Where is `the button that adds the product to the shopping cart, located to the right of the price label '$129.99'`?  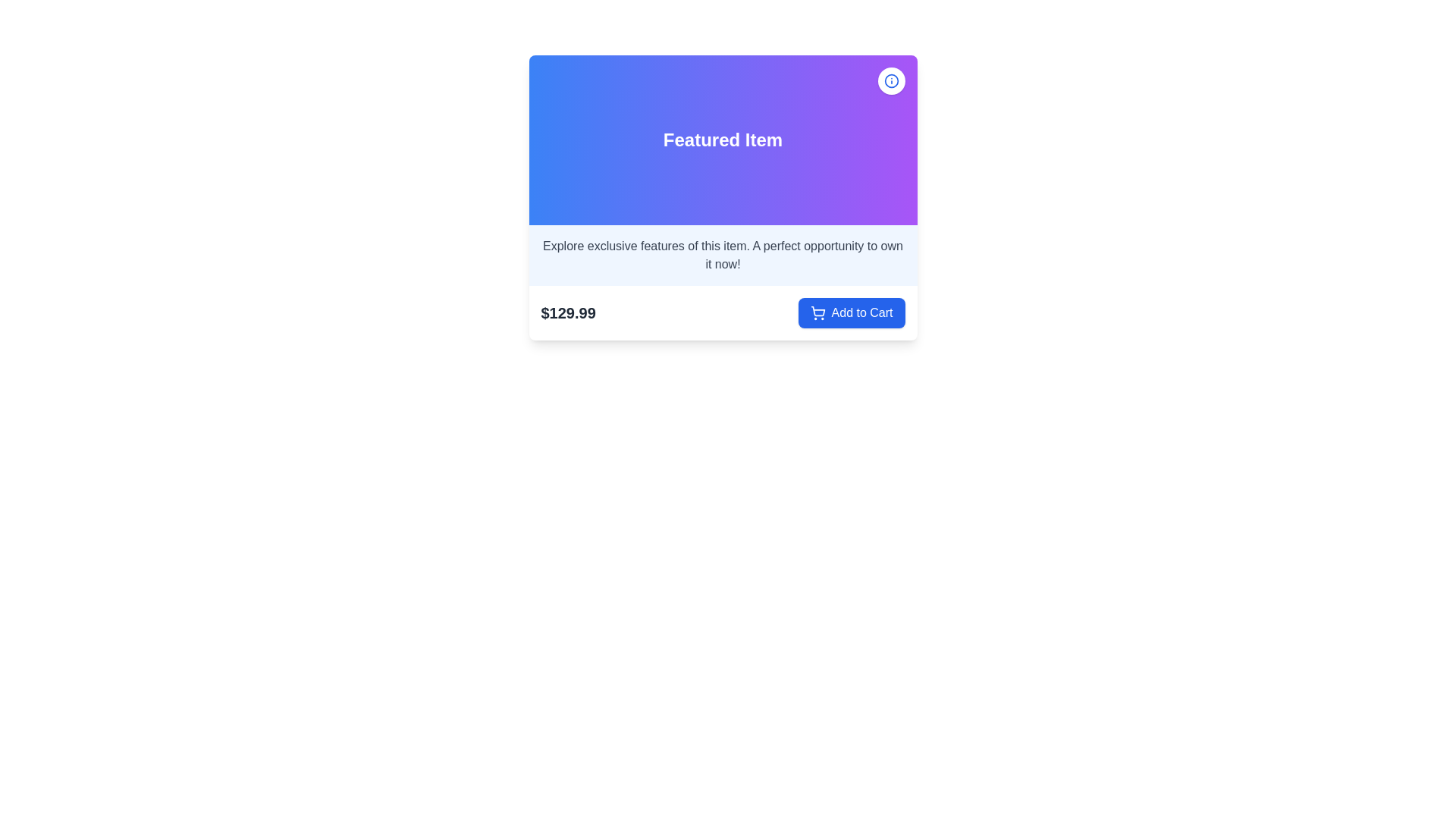 the button that adds the product to the shopping cart, located to the right of the price label '$129.99' is located at coordinates (852, 312).